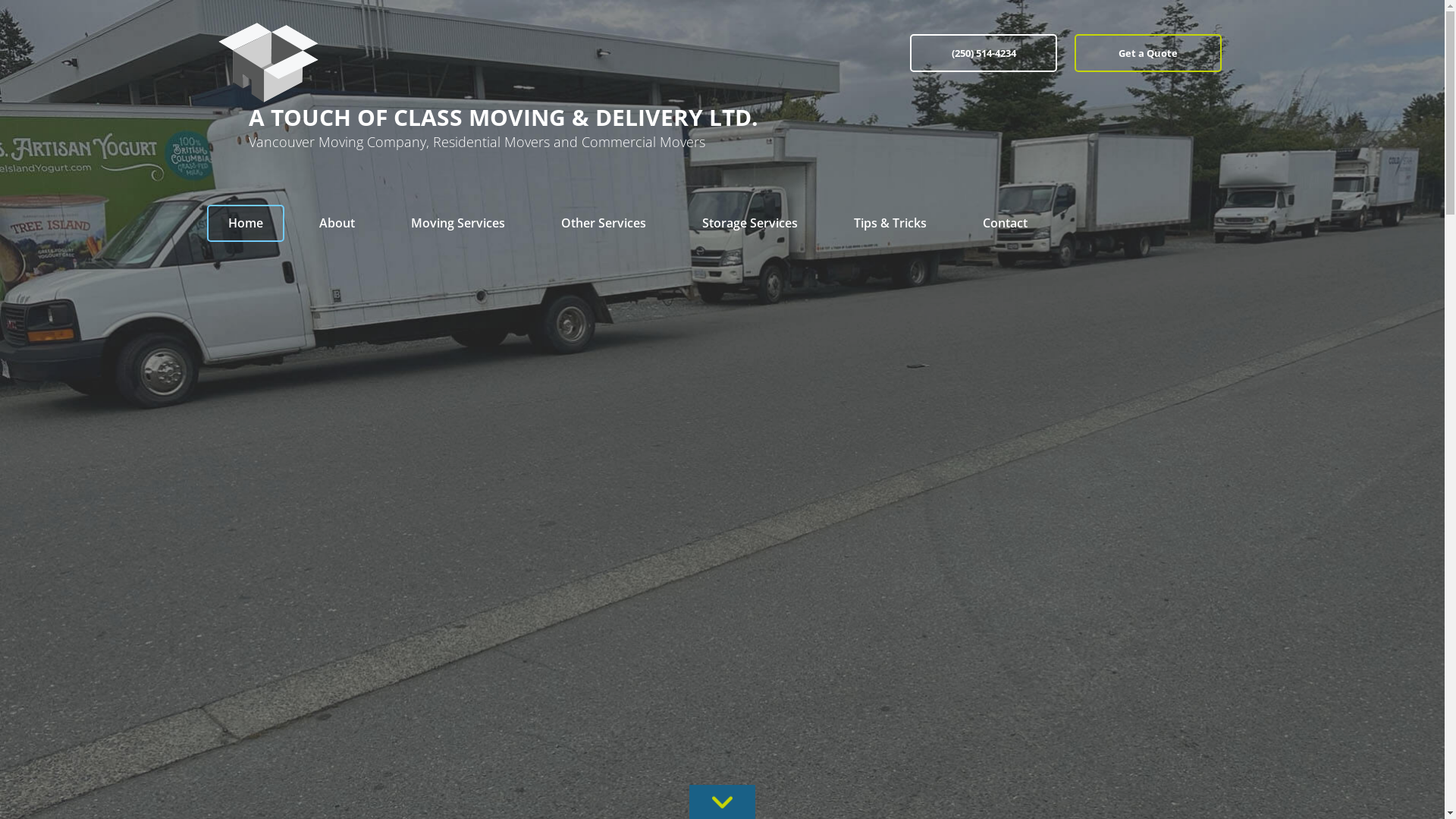 The image size is (1456, 819). What do you see at coordinates (749, 256) in the screenshot?
I see `'Short Term Storage'` at bounding box center [749, 256].